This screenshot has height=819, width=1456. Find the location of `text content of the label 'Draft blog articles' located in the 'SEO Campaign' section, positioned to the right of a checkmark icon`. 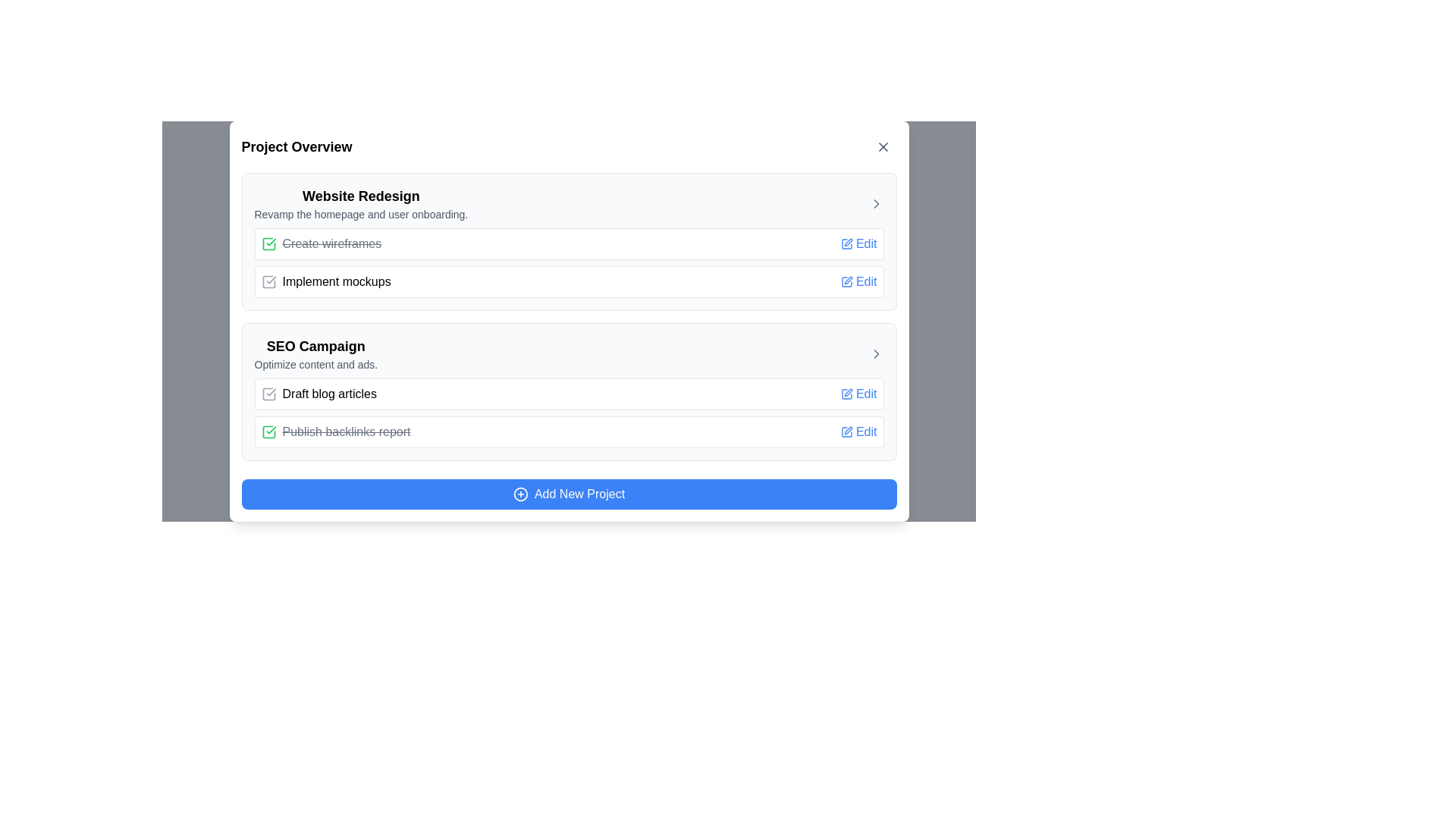

text content of the label 'Draft blog articles' located in the 'SEO Campaign' section, positioned to the right of a checkmark icon is located at coordinates (328, 394).